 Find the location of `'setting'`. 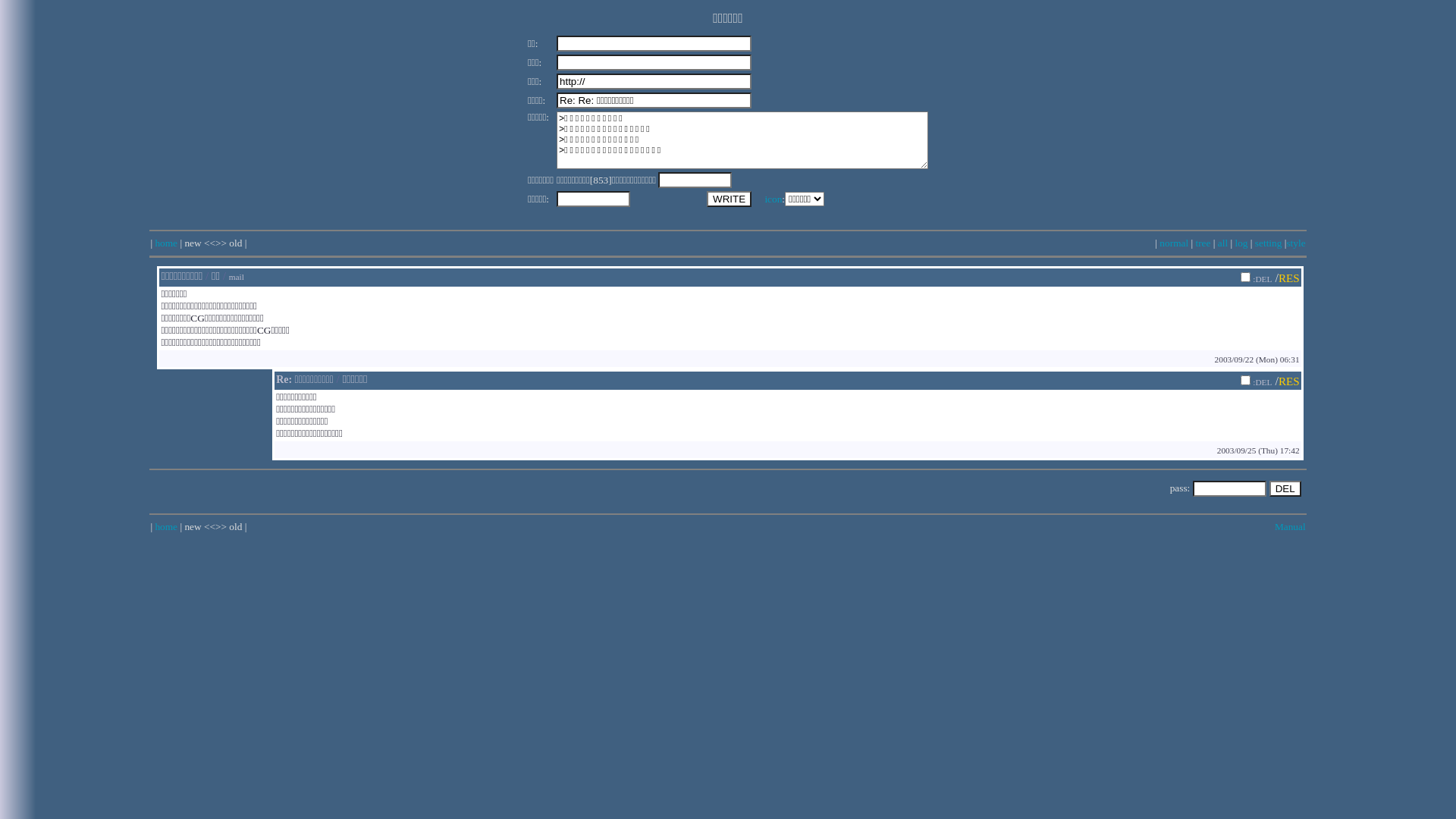

'setting' is located at coordinates (1269, 242).